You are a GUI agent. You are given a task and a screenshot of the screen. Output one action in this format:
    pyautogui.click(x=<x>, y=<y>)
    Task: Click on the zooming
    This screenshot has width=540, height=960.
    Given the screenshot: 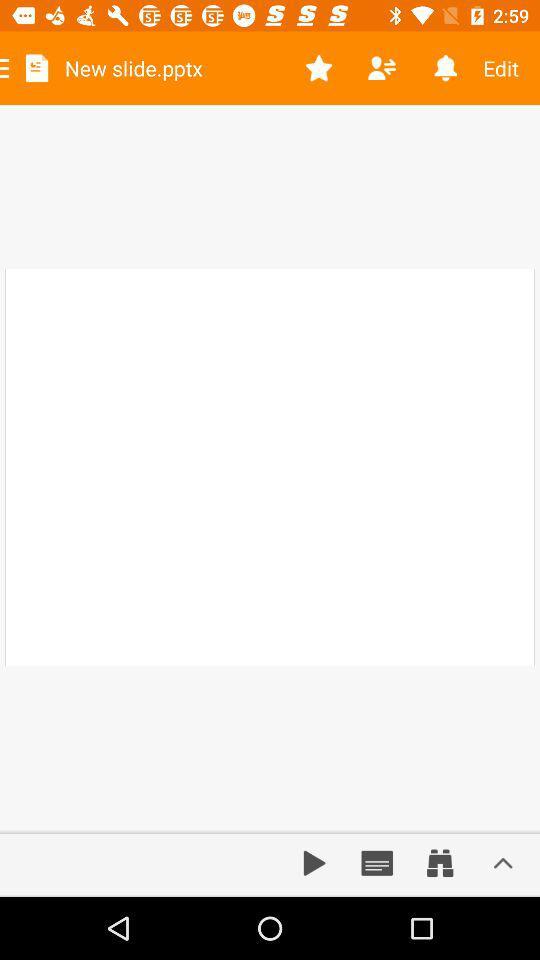 What is the action you would take?
    pyautogui.click(x=440, y=862)
    